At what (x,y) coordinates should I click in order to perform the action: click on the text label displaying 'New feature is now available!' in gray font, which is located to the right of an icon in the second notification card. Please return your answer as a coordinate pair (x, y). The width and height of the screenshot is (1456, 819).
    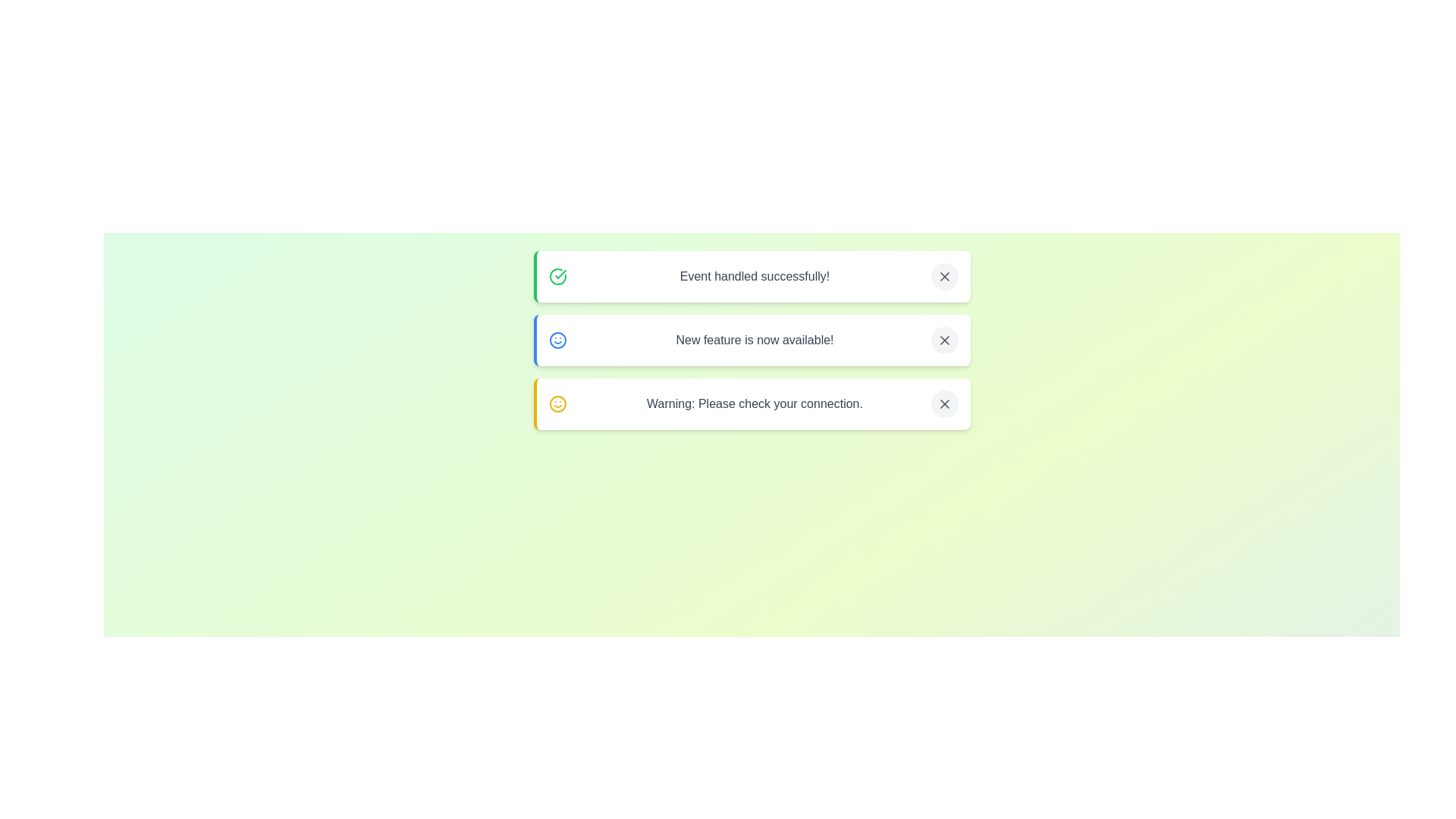
    Looking at the image, I should click on (755, 339).